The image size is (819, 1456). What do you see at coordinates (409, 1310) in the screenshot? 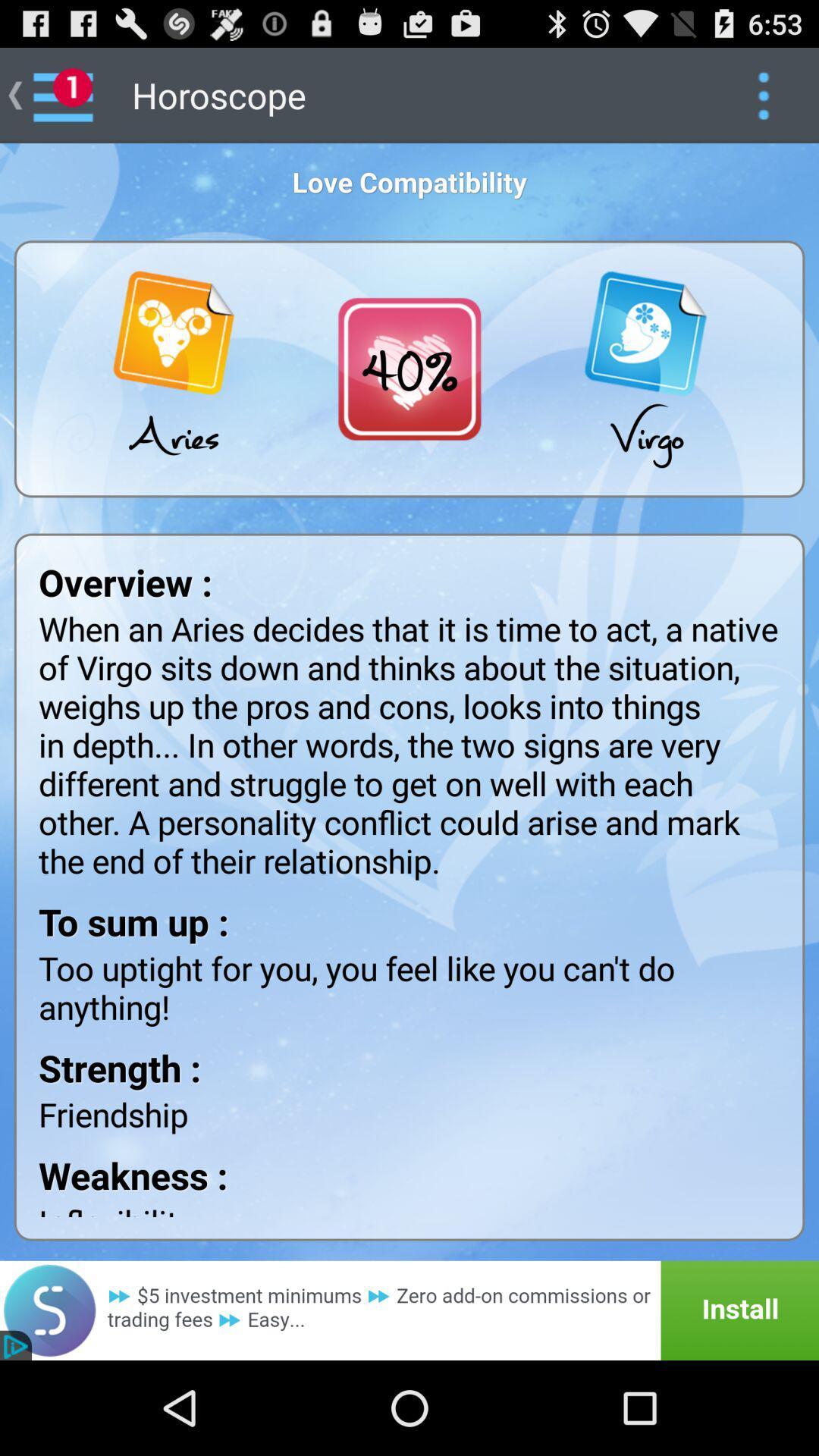
I see `url` at bounding box center [409, 1310].